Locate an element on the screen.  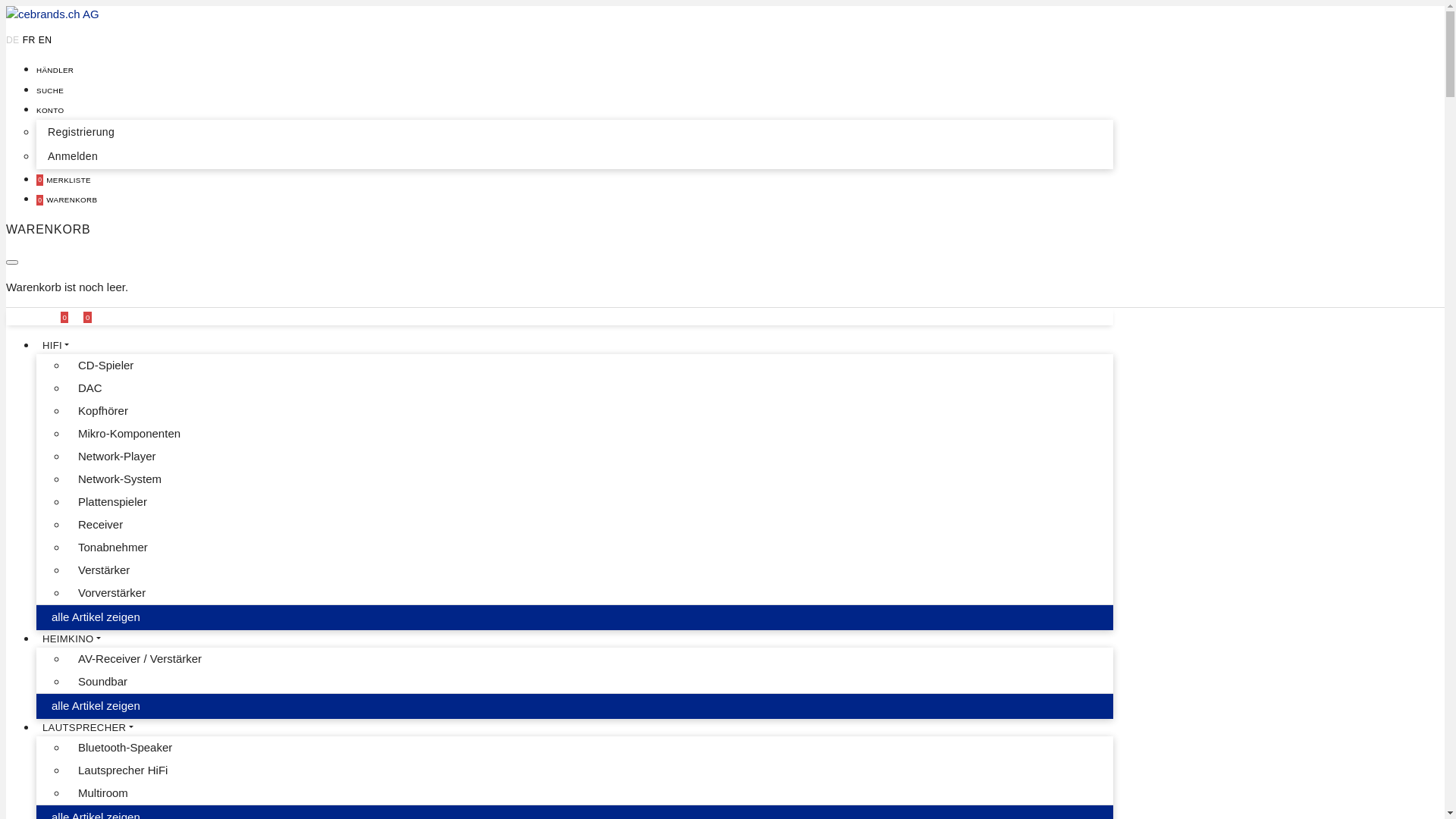
'Registrierung' is located at coordinates (574, 131).